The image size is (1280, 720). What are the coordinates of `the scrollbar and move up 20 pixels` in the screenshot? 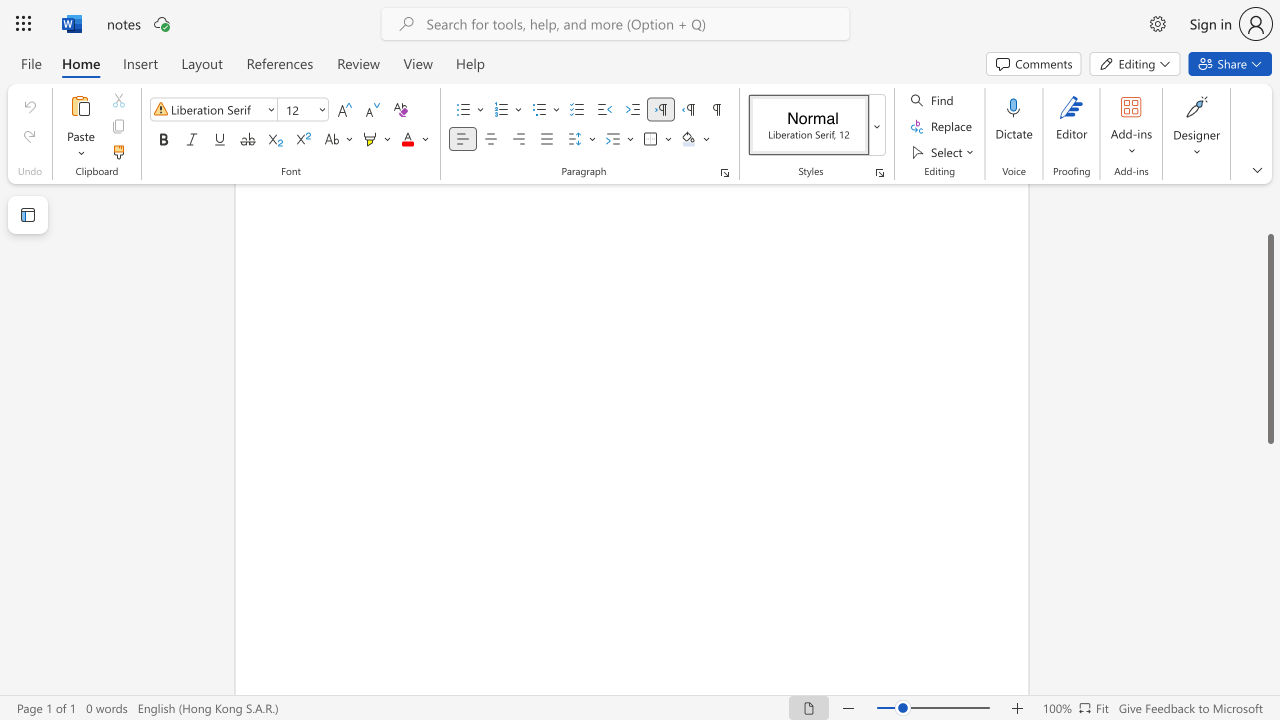 It's located at (1269, 338).